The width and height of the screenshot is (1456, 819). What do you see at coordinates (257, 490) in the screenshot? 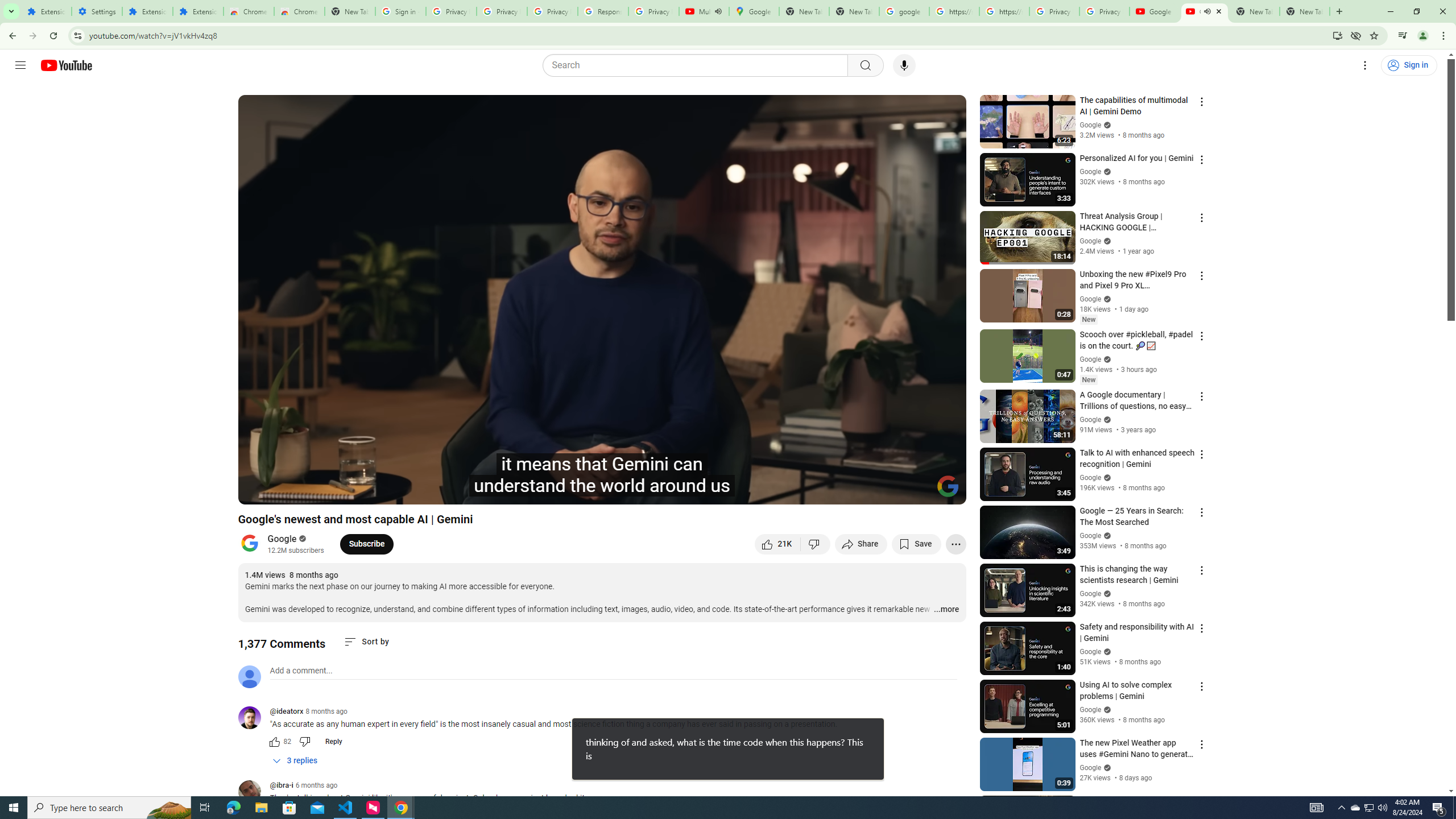
I see `'Play (k)'` at bounding box center [257, 490].